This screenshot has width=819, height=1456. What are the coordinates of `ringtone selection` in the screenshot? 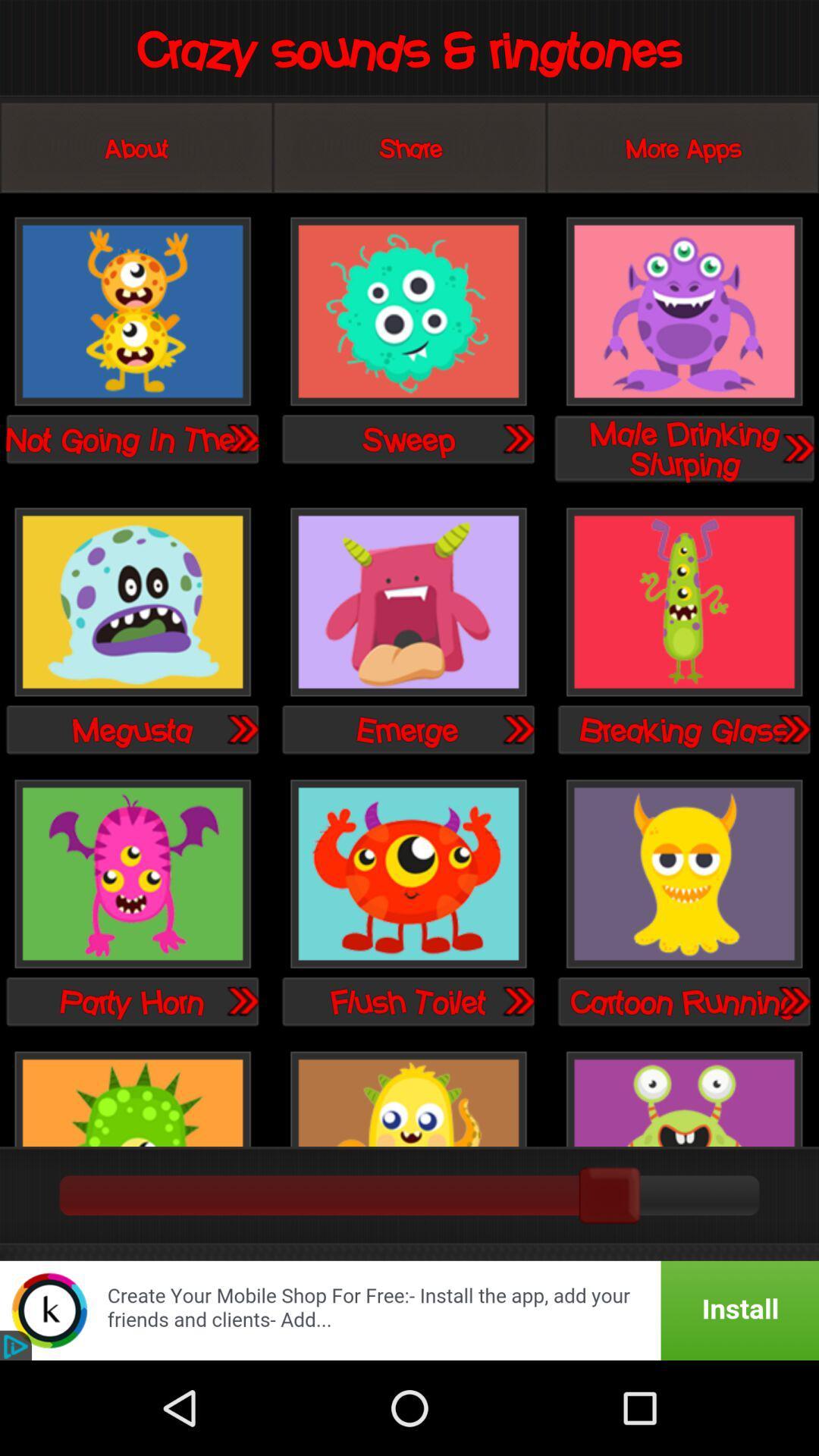 It's located at (407, 875).